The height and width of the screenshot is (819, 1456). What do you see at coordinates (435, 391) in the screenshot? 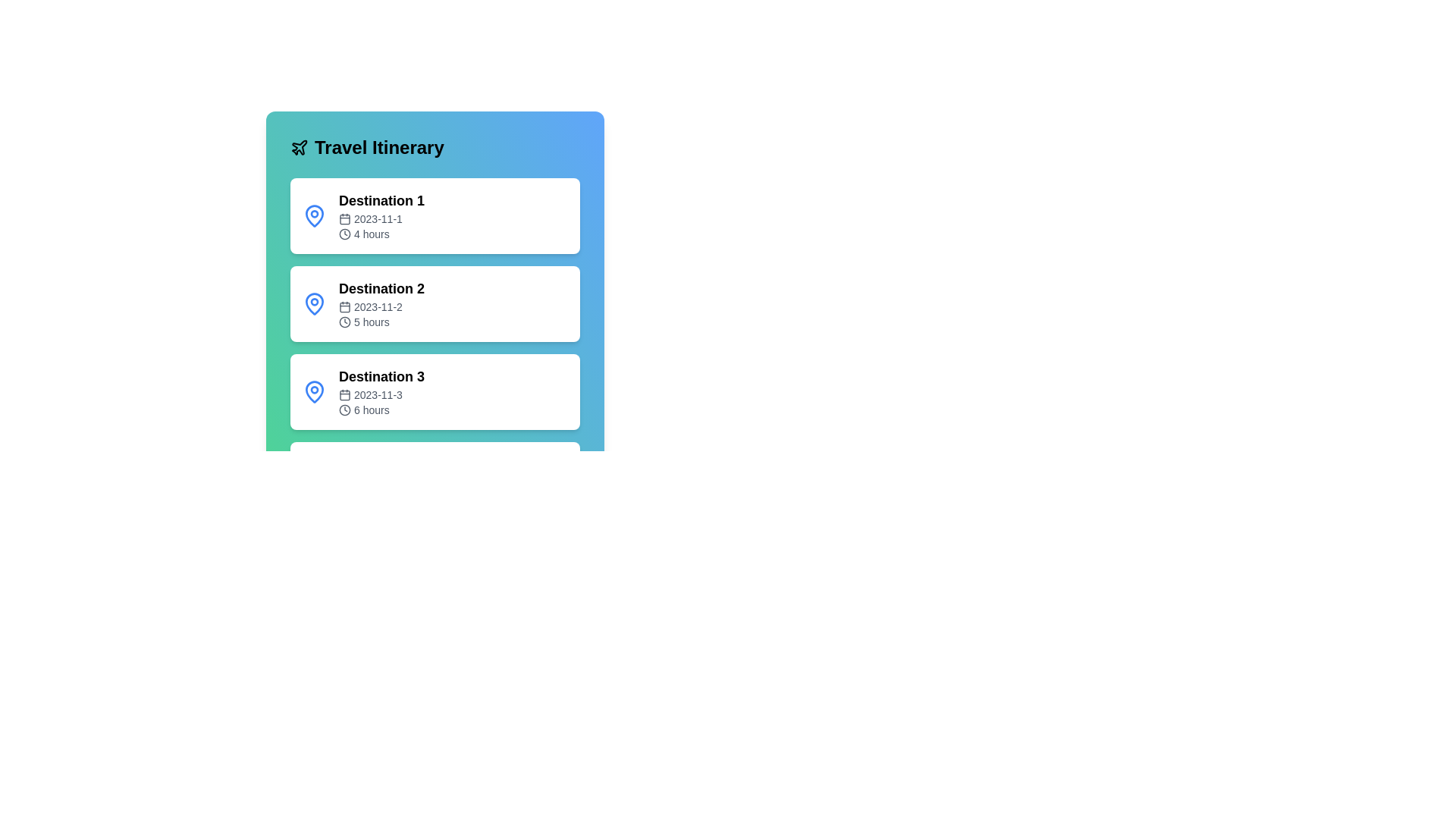
I see `the related details of the Informational card titled 'Destination 3', which is the third item in the stacked list of similar elements` at bounding box center [435, 391].